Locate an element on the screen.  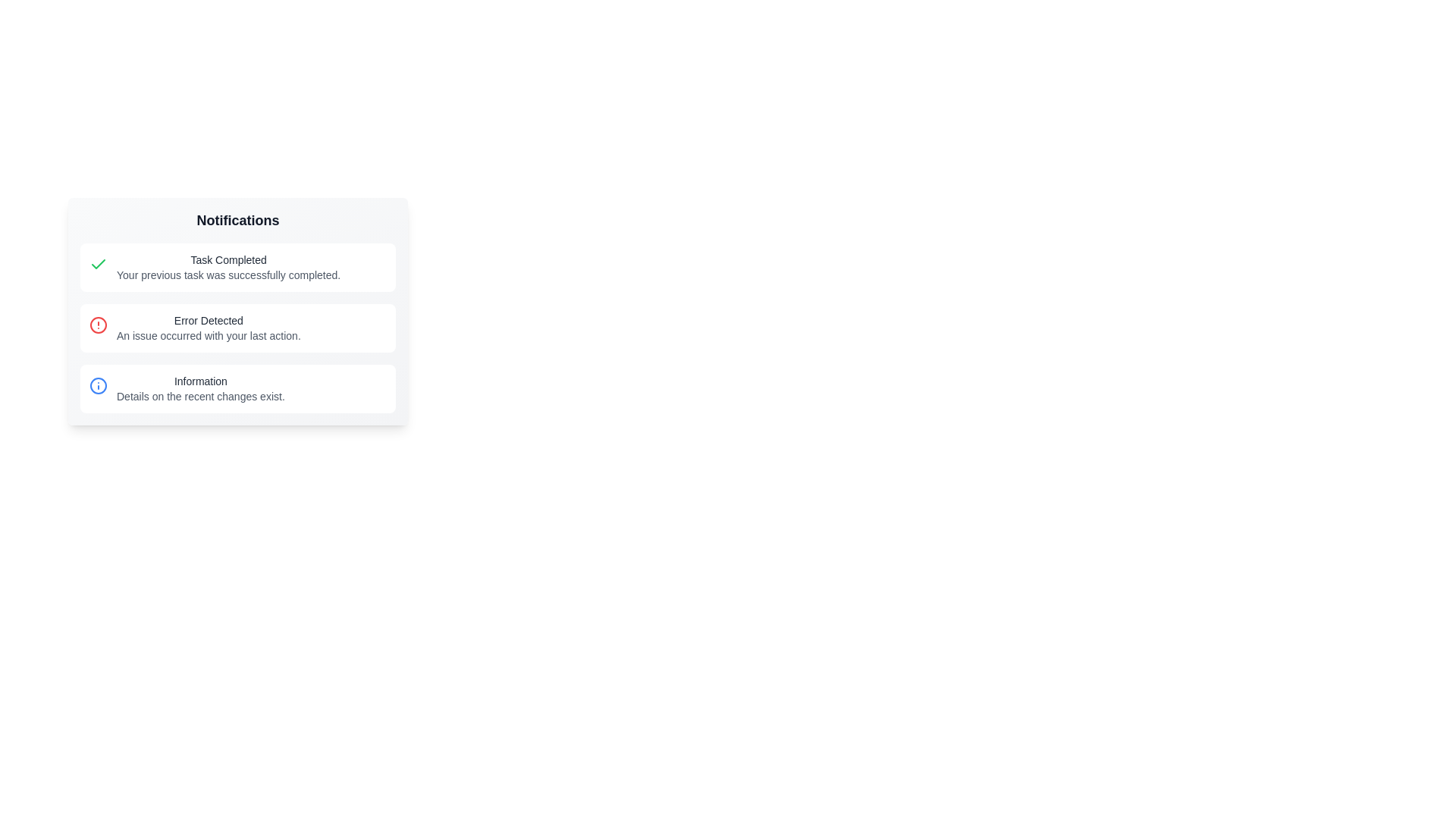
the completion icon that indicates the task has been successfully completed, which is positioned to the left of the text 'Task Completed' in the first notification card is located at coordinates (97, 263).